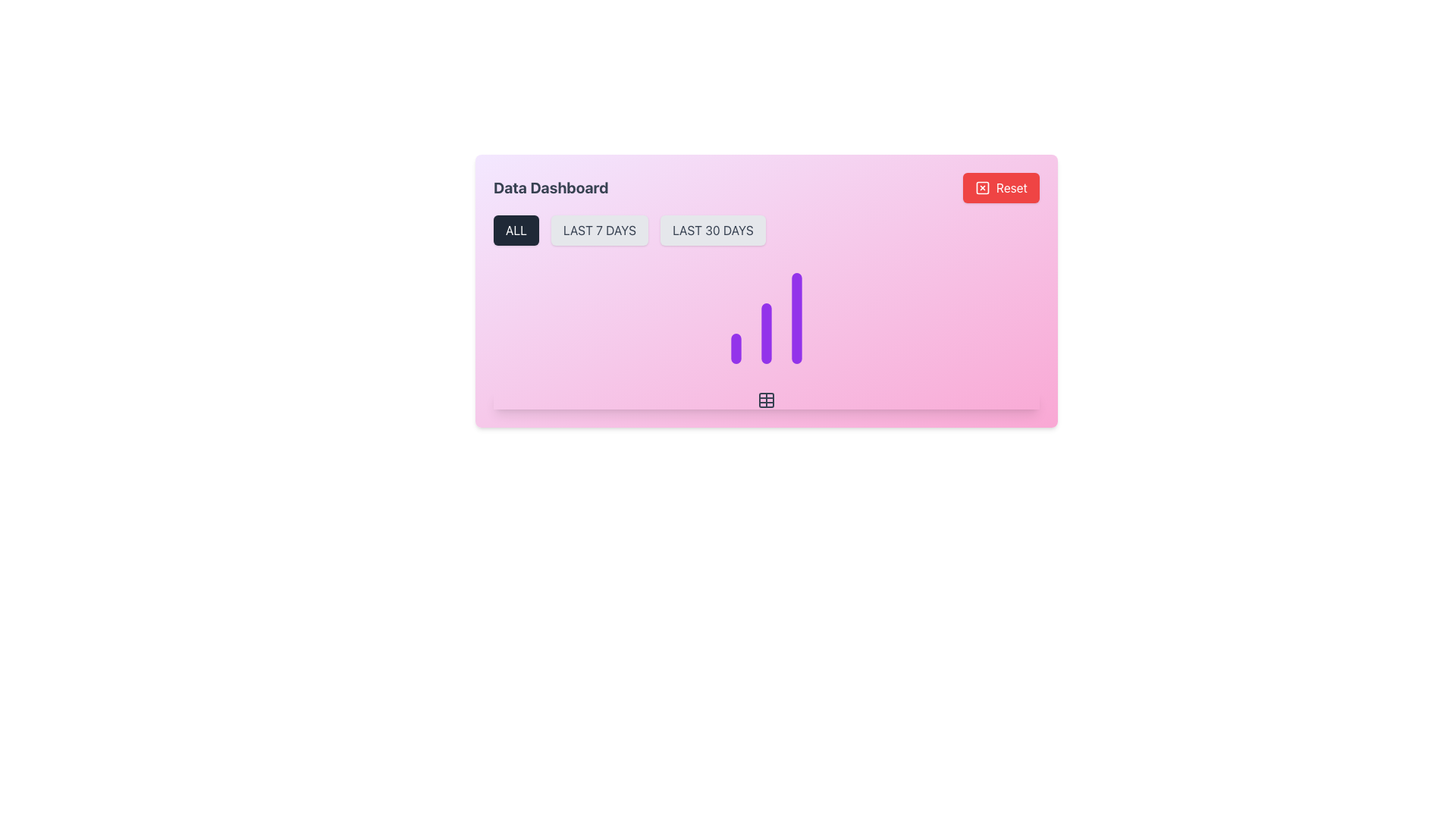  I want to click on the reset button located at the top-right corner of the 'Data Dashboard' section to clear settings or data, so click(1001, 187).